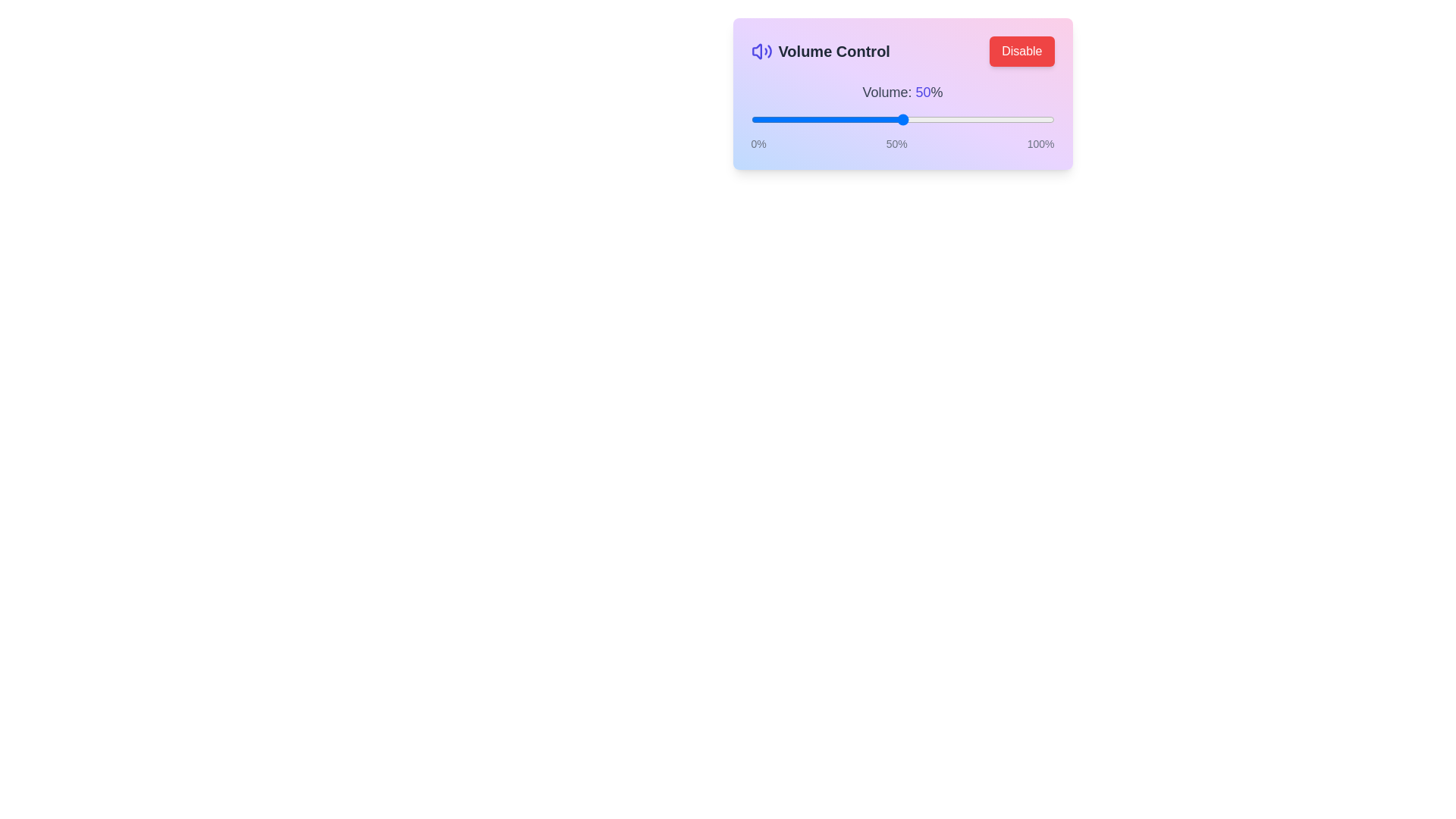 This screenshot has width=1456, height=819. I want to click on the leftmost text label representing the minimum volume level ('0%') in the volume control interface, so click(758, 143).